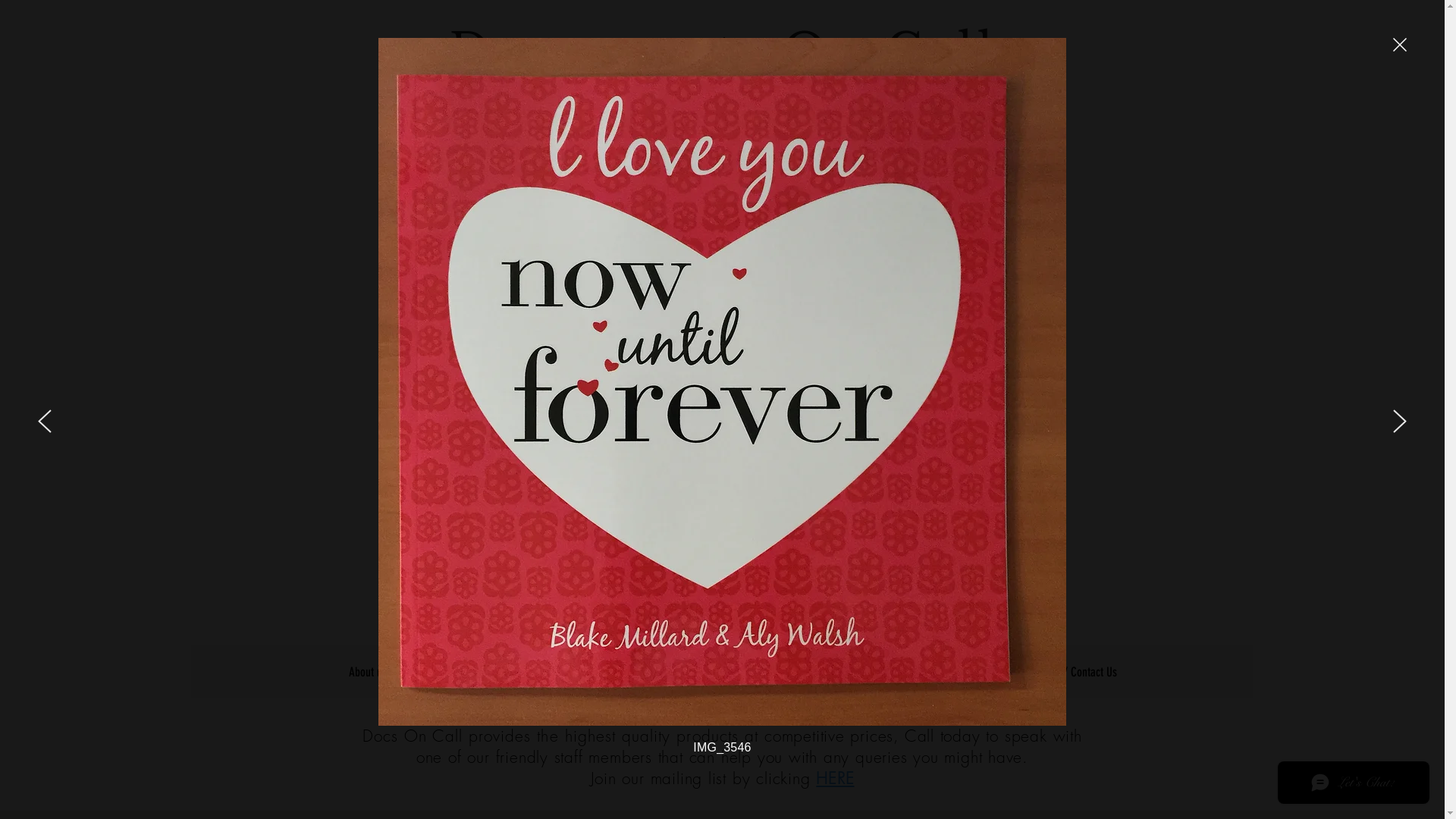 This screenshot has width=1456, height=819. What do you see at coordinates (510, 124) in the screenshot?
I see `'Request a quote'` at bounding box center [510, 124].